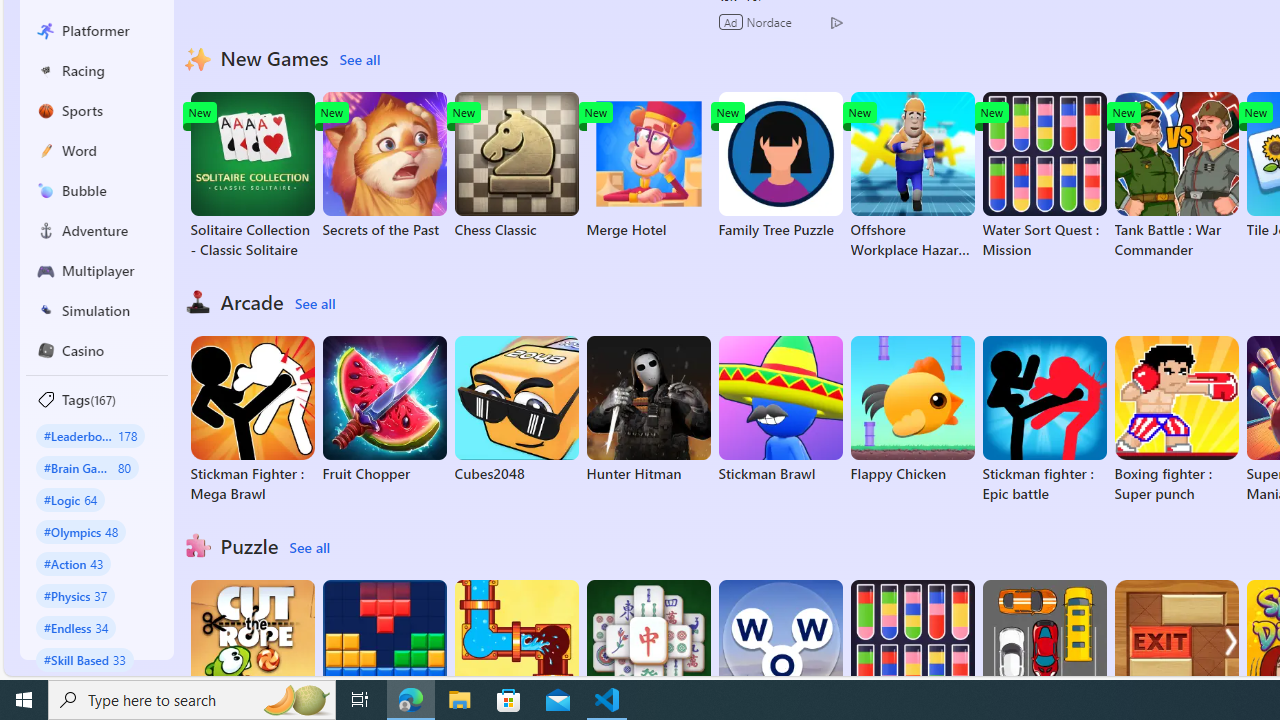 Image resolution: width=1280 pixels, height=720 pixels. What do you see at coordinates (1043, 175) in the screenshot?
I see `'Water Sort Quest : Mission'` at bounding box center [1043, 175].